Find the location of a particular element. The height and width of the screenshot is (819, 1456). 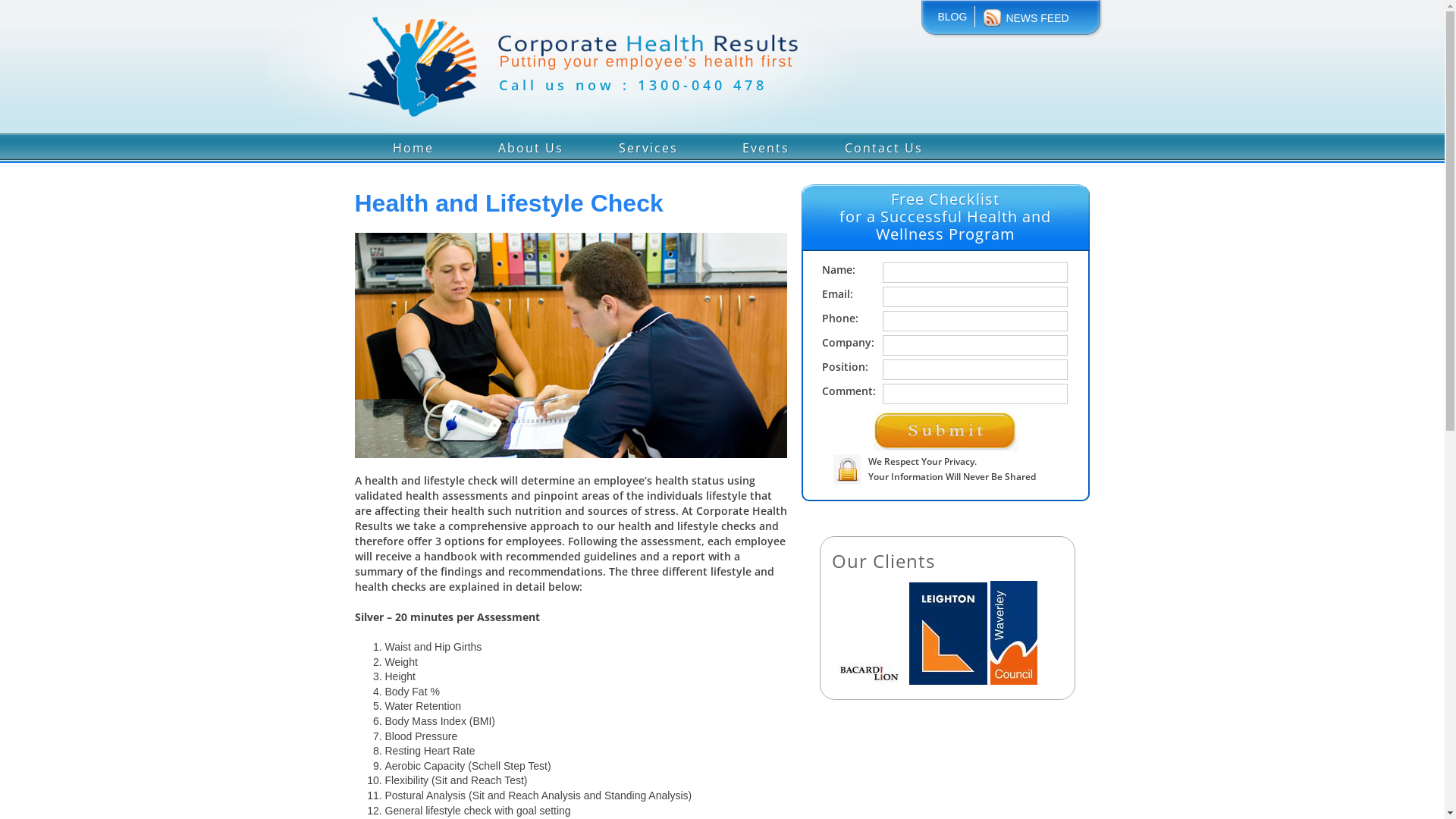

'Contact Us' is located at coordinates (883, 146).